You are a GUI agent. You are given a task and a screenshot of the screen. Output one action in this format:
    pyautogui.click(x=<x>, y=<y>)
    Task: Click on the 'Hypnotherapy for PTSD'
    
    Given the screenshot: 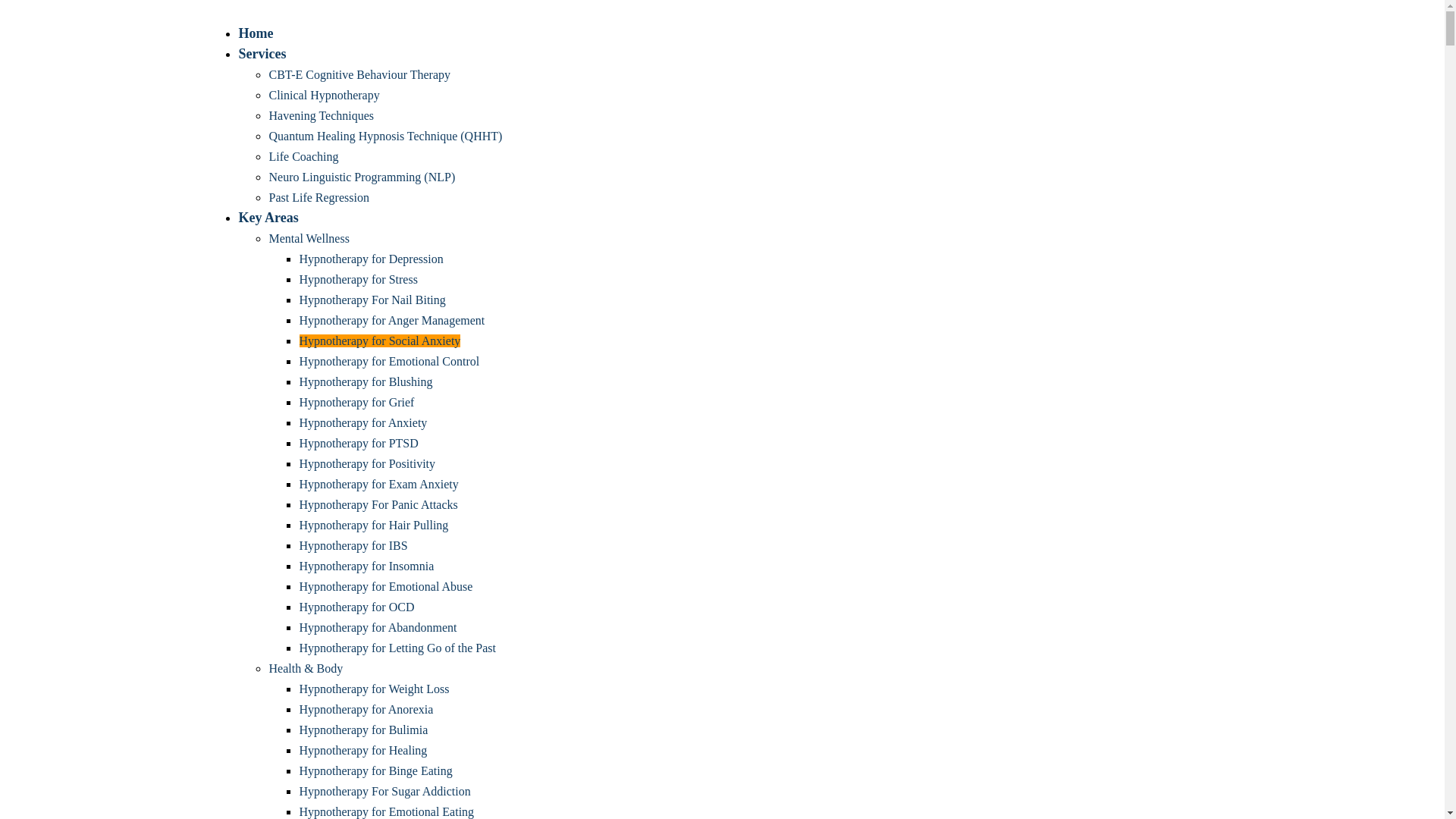 What is the action you would take?
    pyautogui.click(x=357, y=443)
    